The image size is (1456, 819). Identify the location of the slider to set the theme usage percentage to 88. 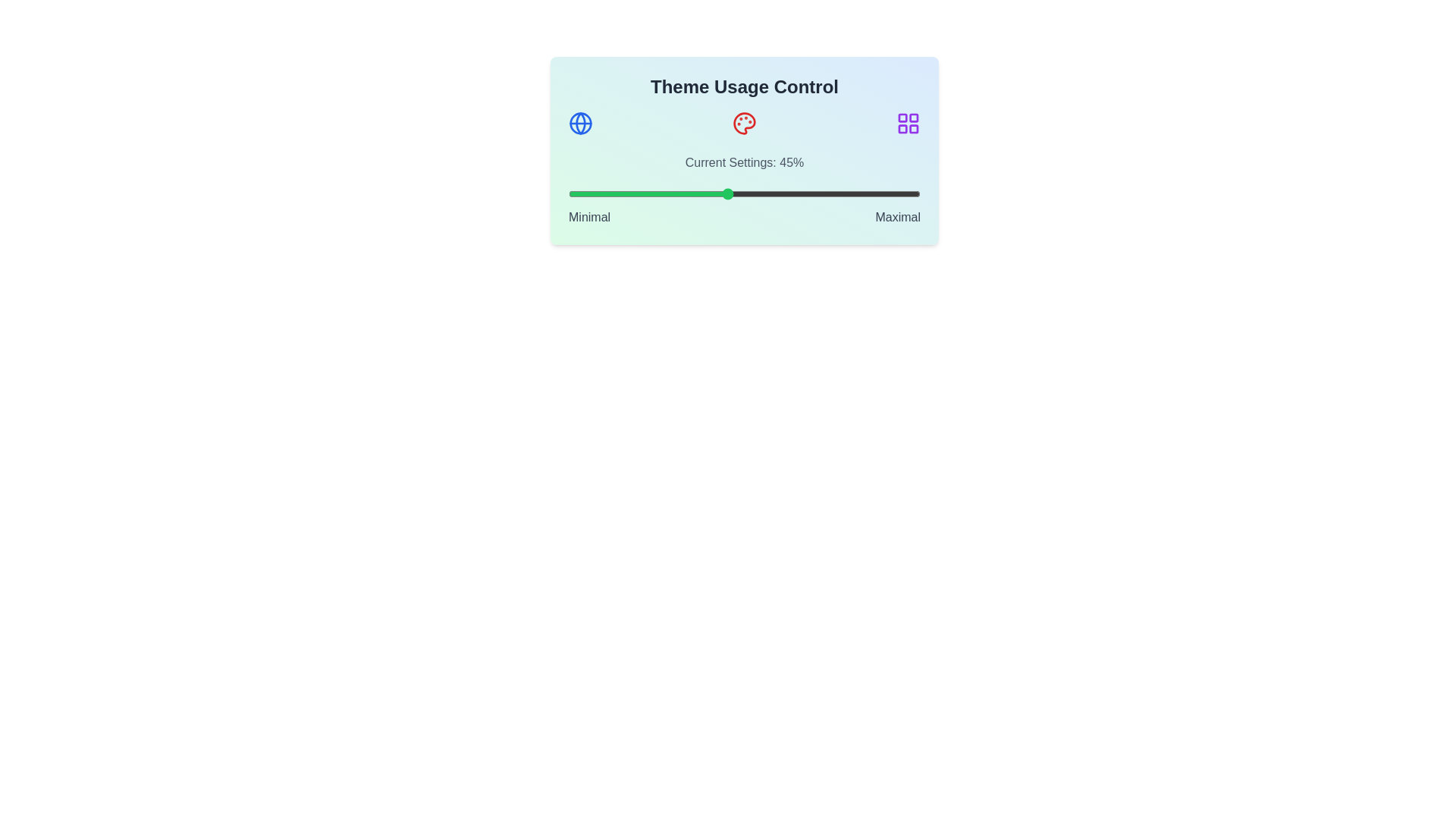
(878, 193).